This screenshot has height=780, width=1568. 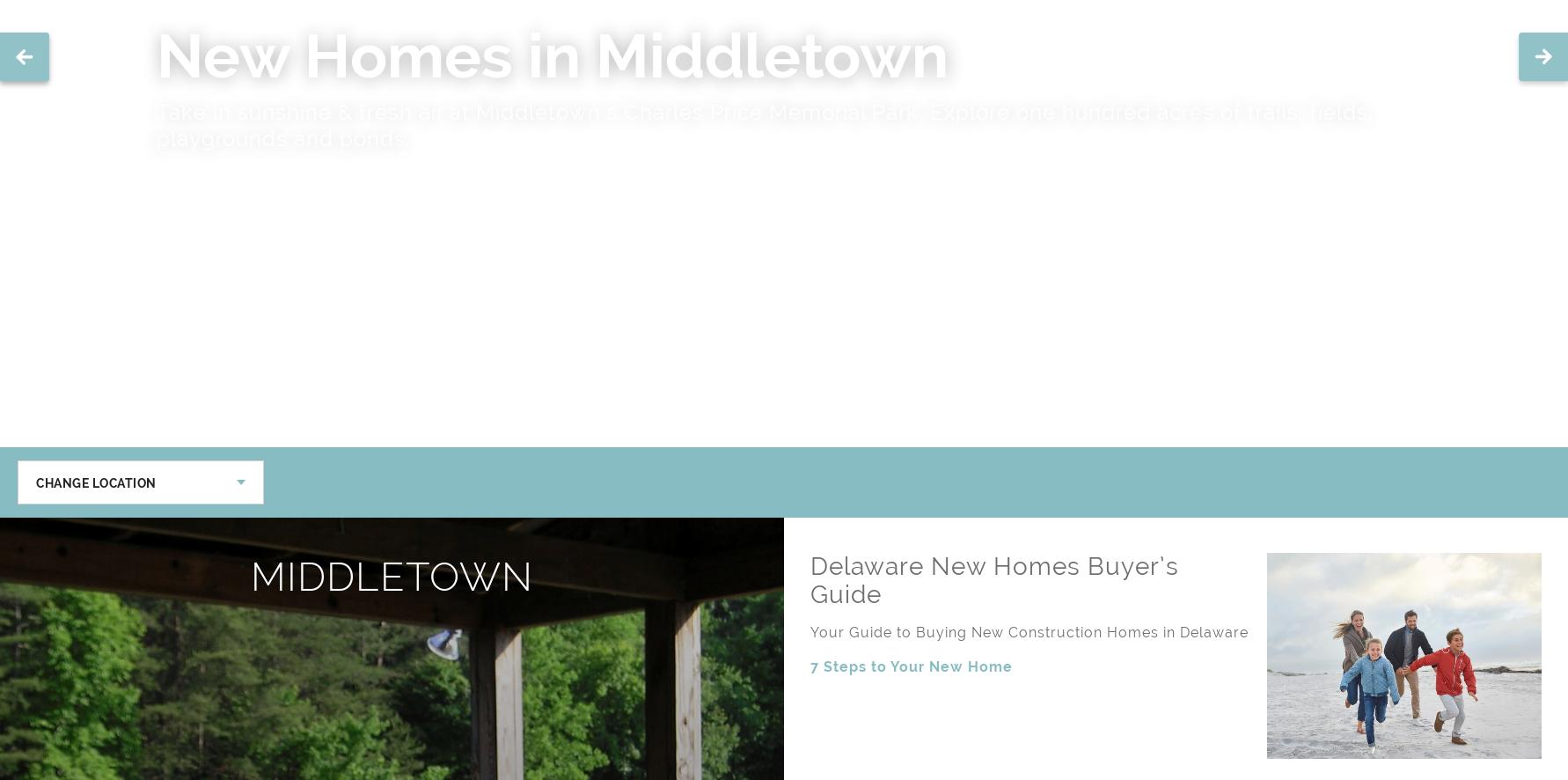 What do you see at coordinates (779, 124) in the screenshot?
I see `'Unleash your wild side at Brandywine Zoo. See exotic wild animals up close at the enclosures & shows, or book a party & enjoy zoo party perks.'` at bounding box center [779, 124].